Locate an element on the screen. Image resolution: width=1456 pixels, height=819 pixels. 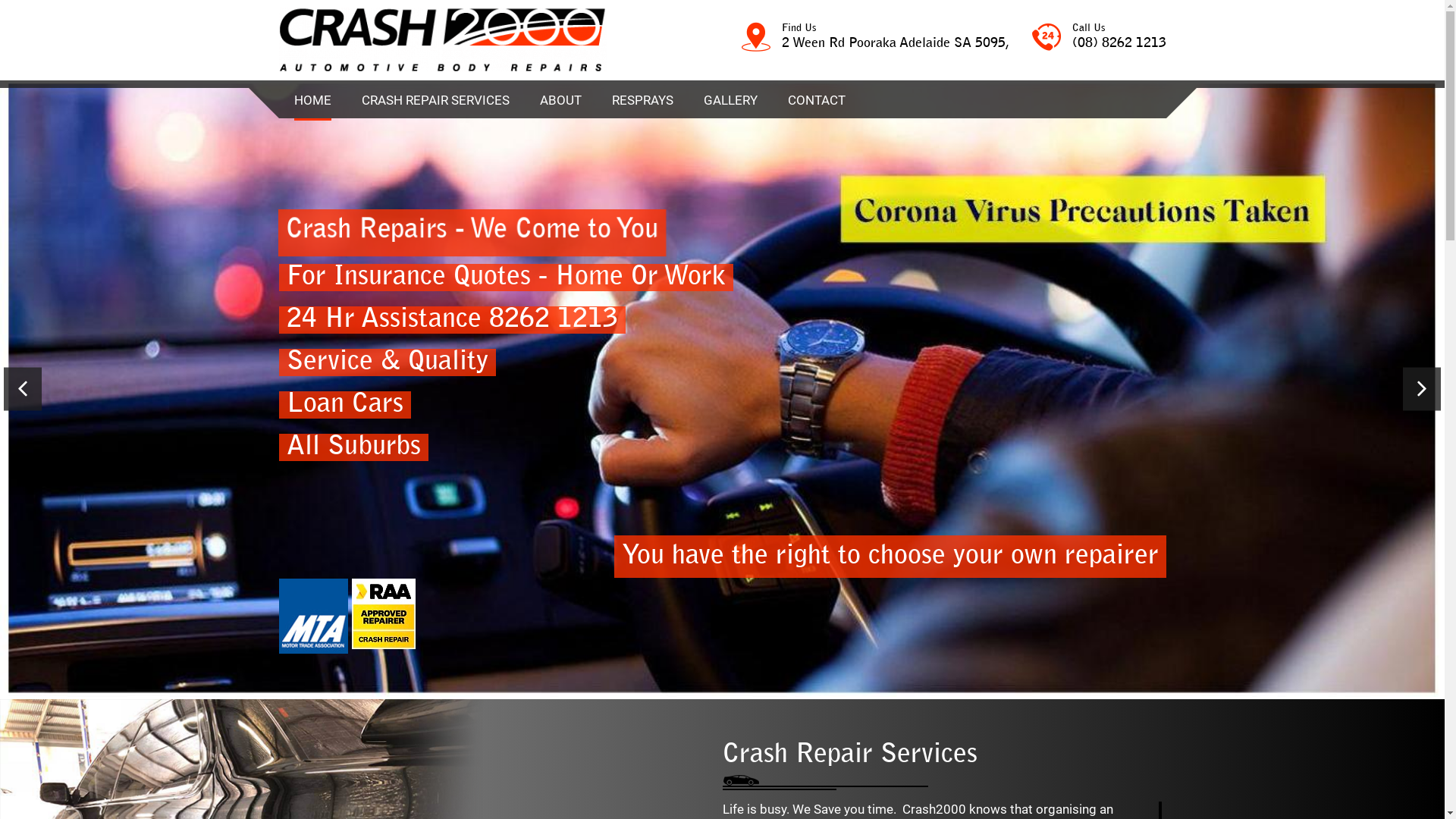
'RESPRAYS' is located at coordinates (642, 99).